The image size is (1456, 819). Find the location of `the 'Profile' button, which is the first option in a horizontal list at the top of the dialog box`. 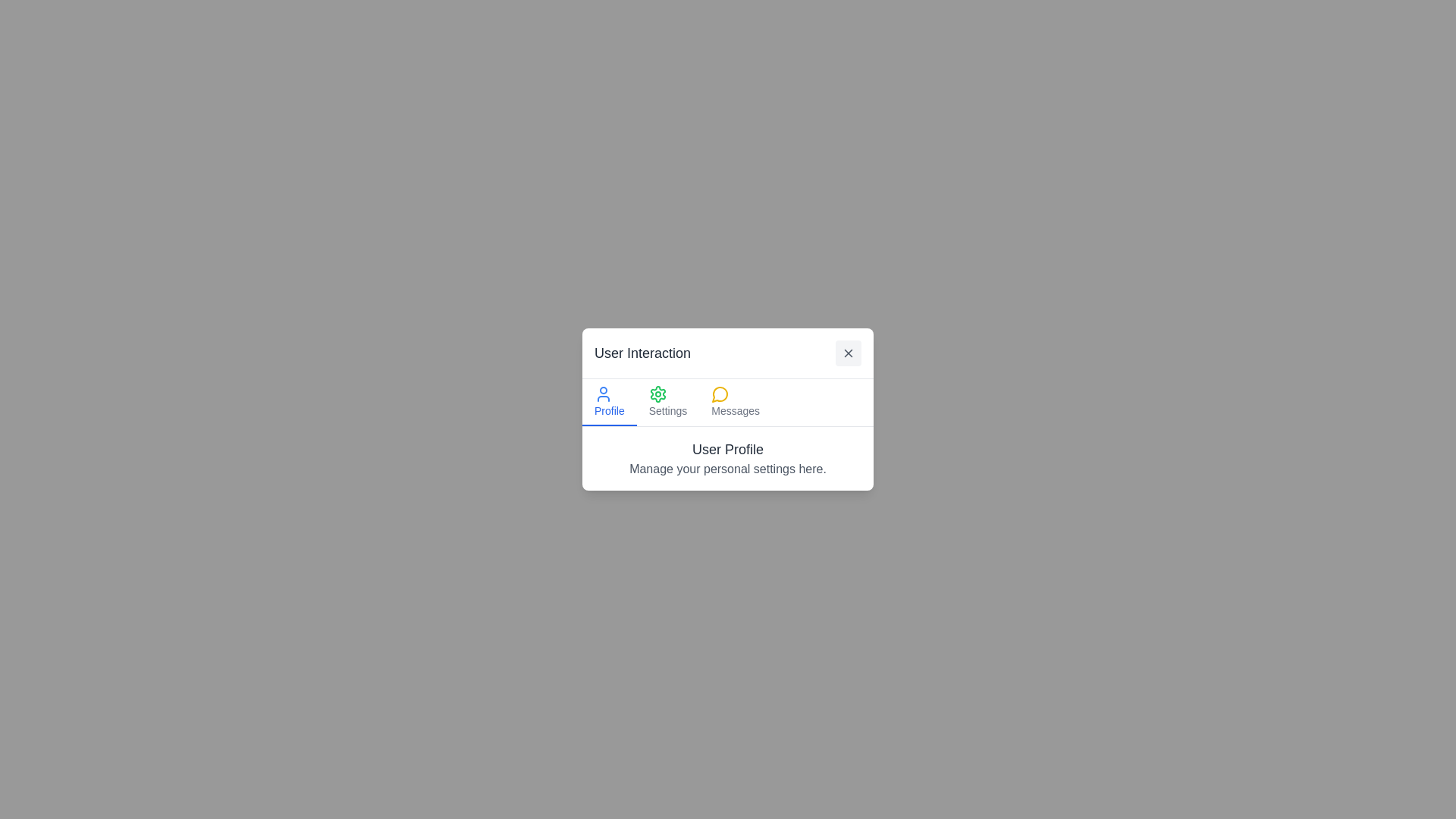

the 'Profile' button, which is the first option in a horizontal list at the top of the dialog box is located at coordinates (609, 402).